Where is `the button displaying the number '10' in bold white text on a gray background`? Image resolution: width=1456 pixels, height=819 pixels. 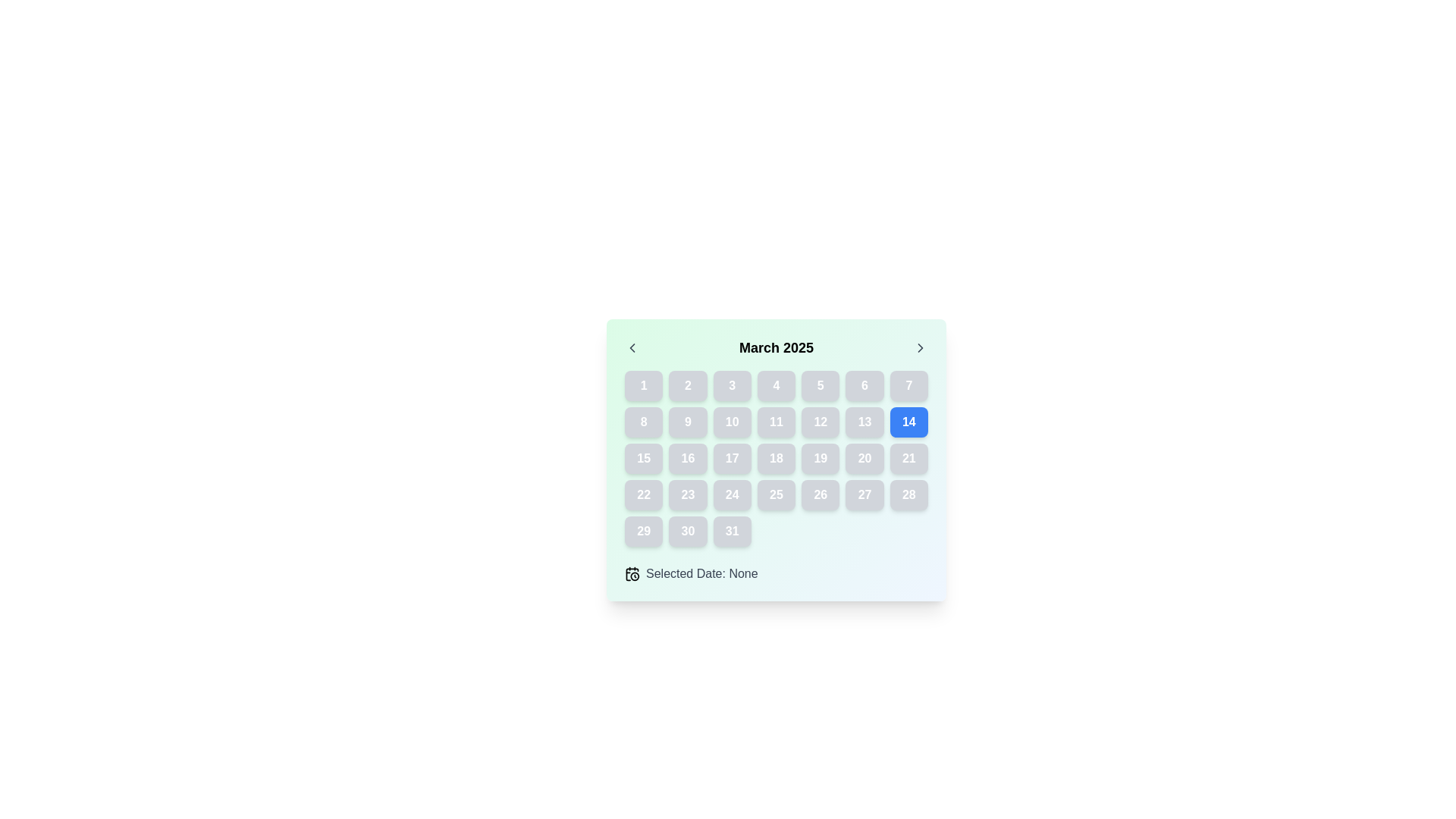
the button displaying the number '10' in bold white text on a gray background is located at coordinates (732, 422).